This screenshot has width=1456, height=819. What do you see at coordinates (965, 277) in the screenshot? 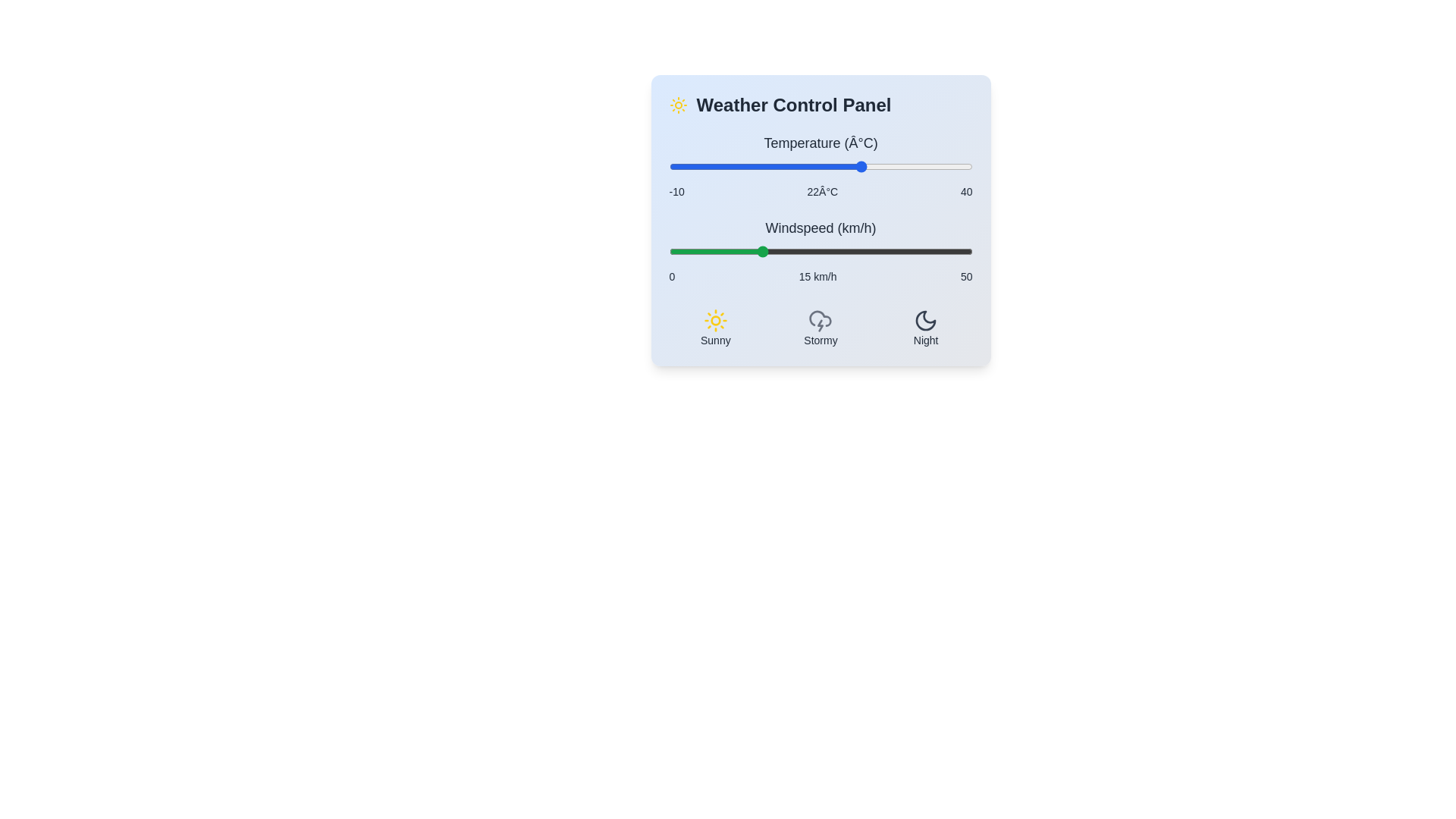
I see `the text element displaying the windspeed value, which is positioned to the far right and aligned with '0' and '15 km/h' in the 'Windspeed (km/h)' section` at bounding box center [965, 277].